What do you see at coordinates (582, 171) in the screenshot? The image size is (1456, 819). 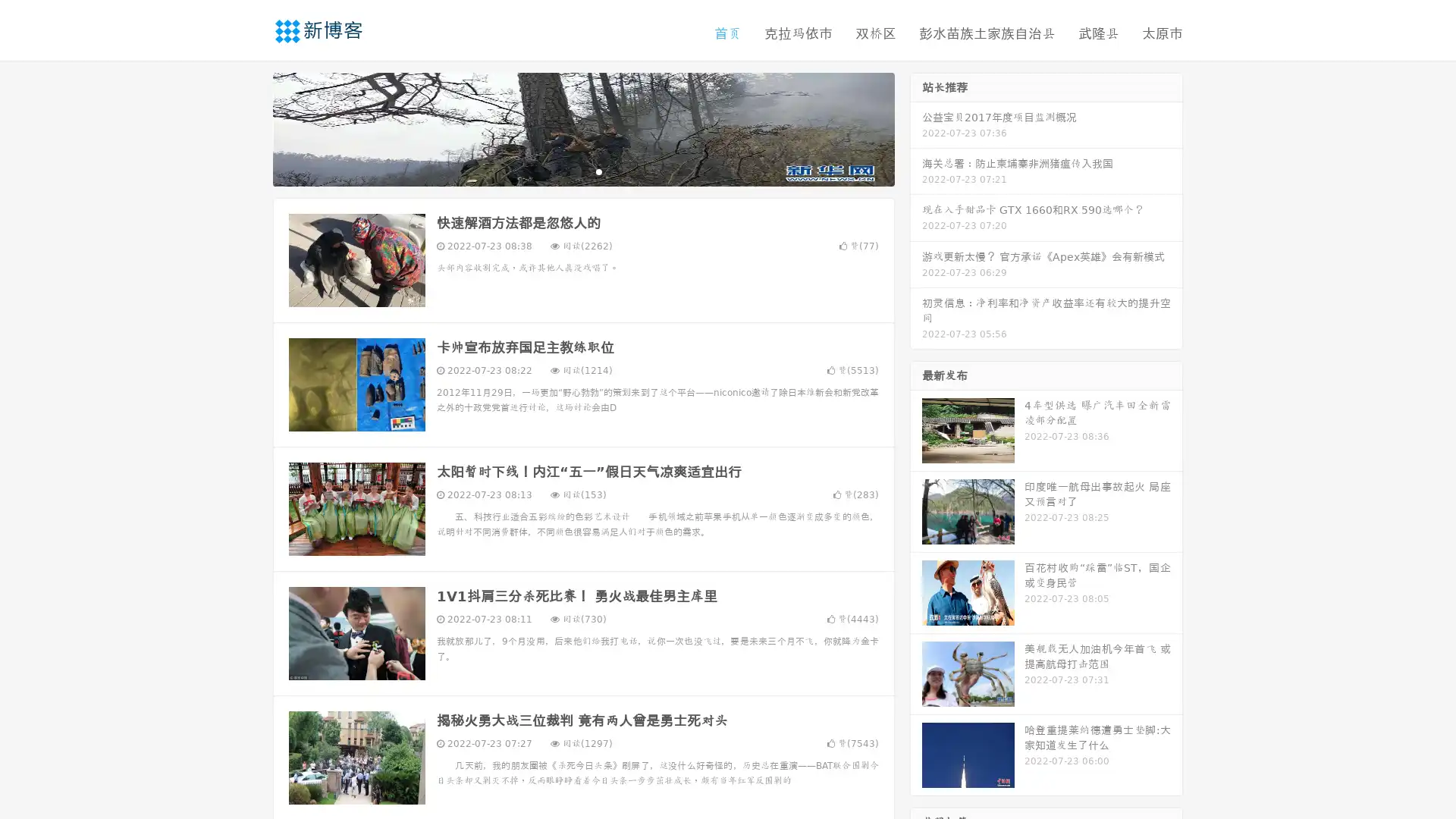 I see `Go to slide 2` at bounding box center [582, 171].